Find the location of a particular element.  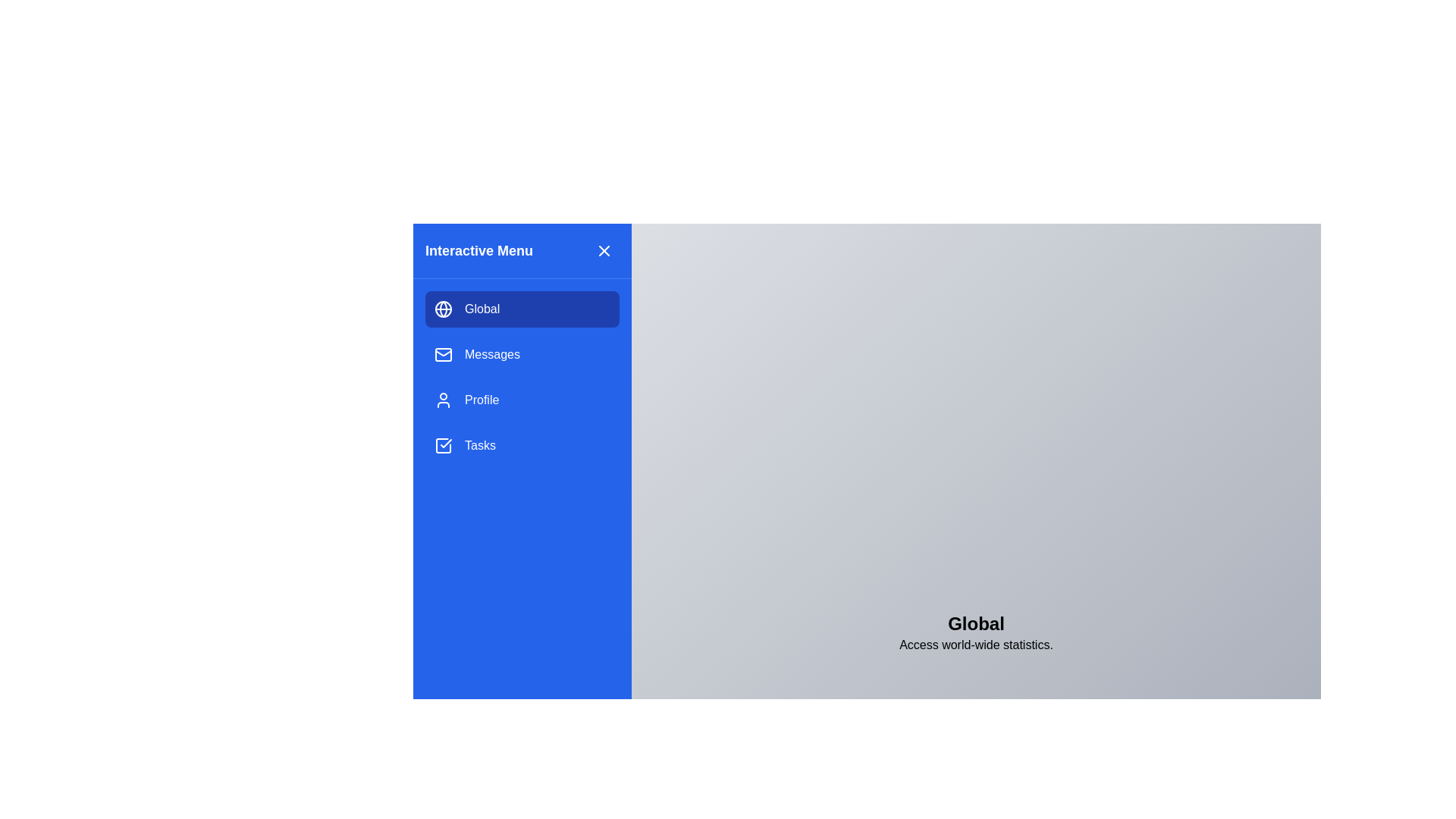

the 'Profile' text label in the vertical navigation menu, which is the third item below 'Global' and 'Messages' is located at coordinates (481, 400).